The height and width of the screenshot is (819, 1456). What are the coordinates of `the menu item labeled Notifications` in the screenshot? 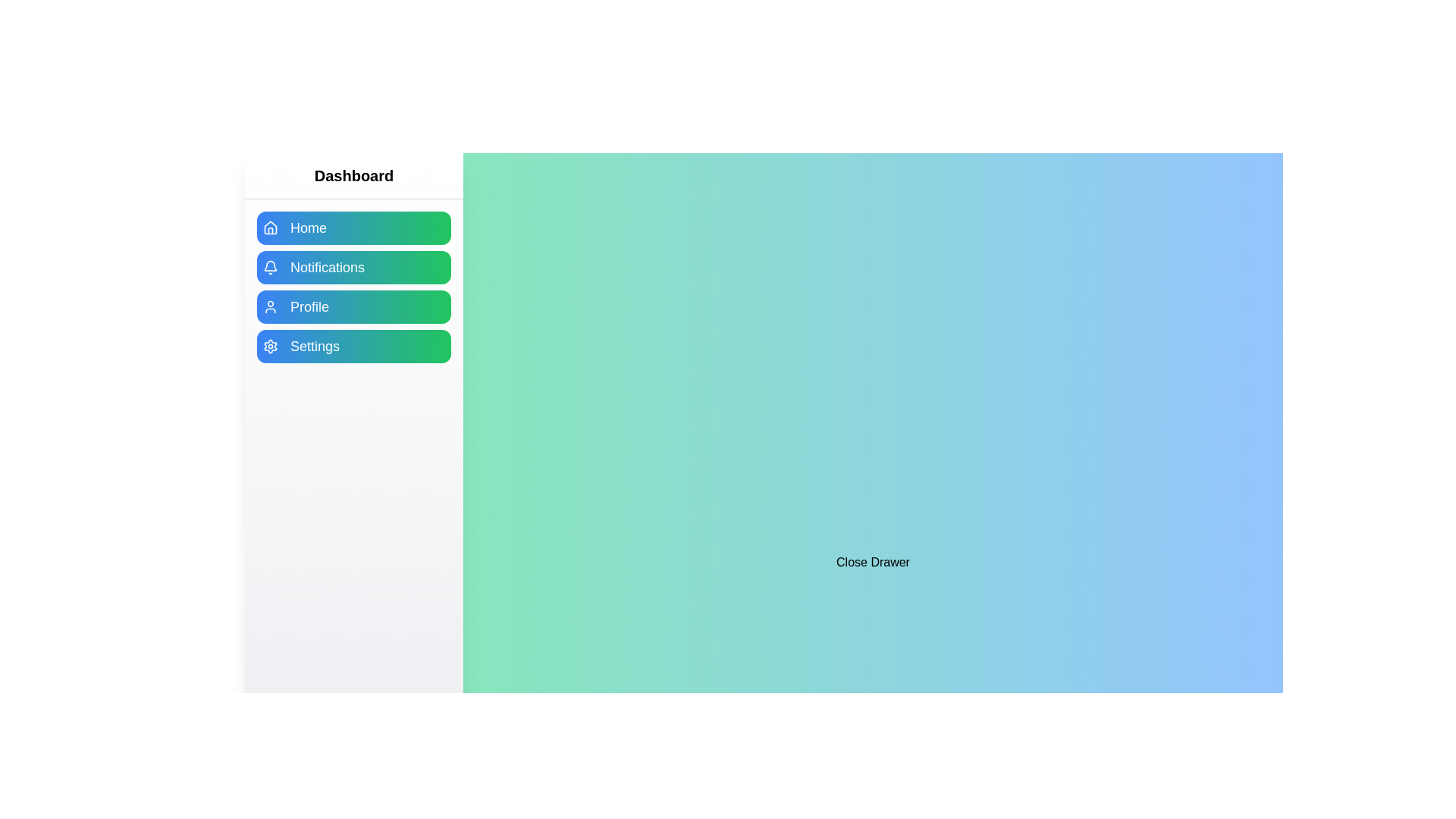 It's located at (353, 267).